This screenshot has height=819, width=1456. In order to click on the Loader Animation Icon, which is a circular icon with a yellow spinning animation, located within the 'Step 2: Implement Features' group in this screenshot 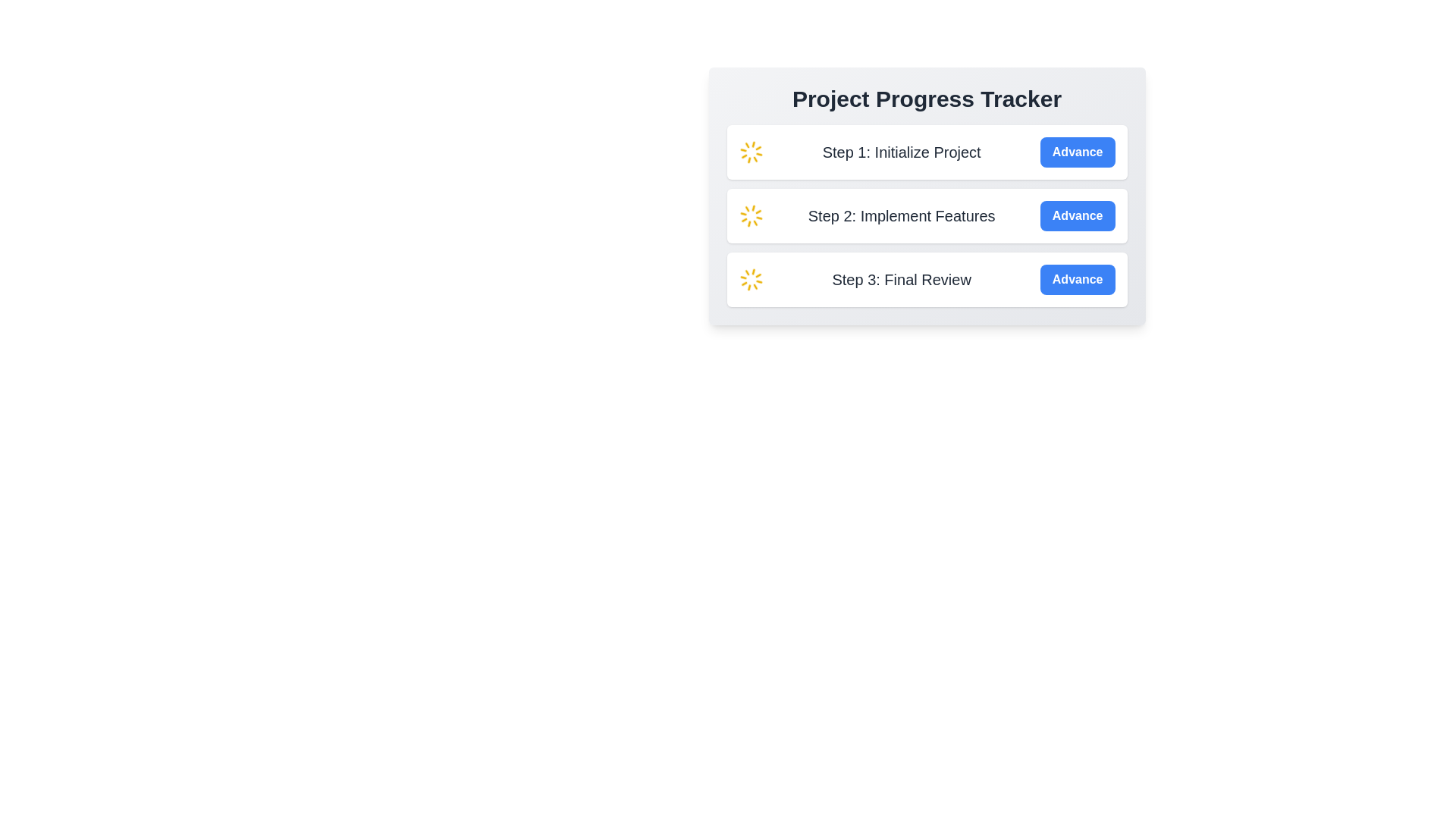, I will do `click(751, 216)`.